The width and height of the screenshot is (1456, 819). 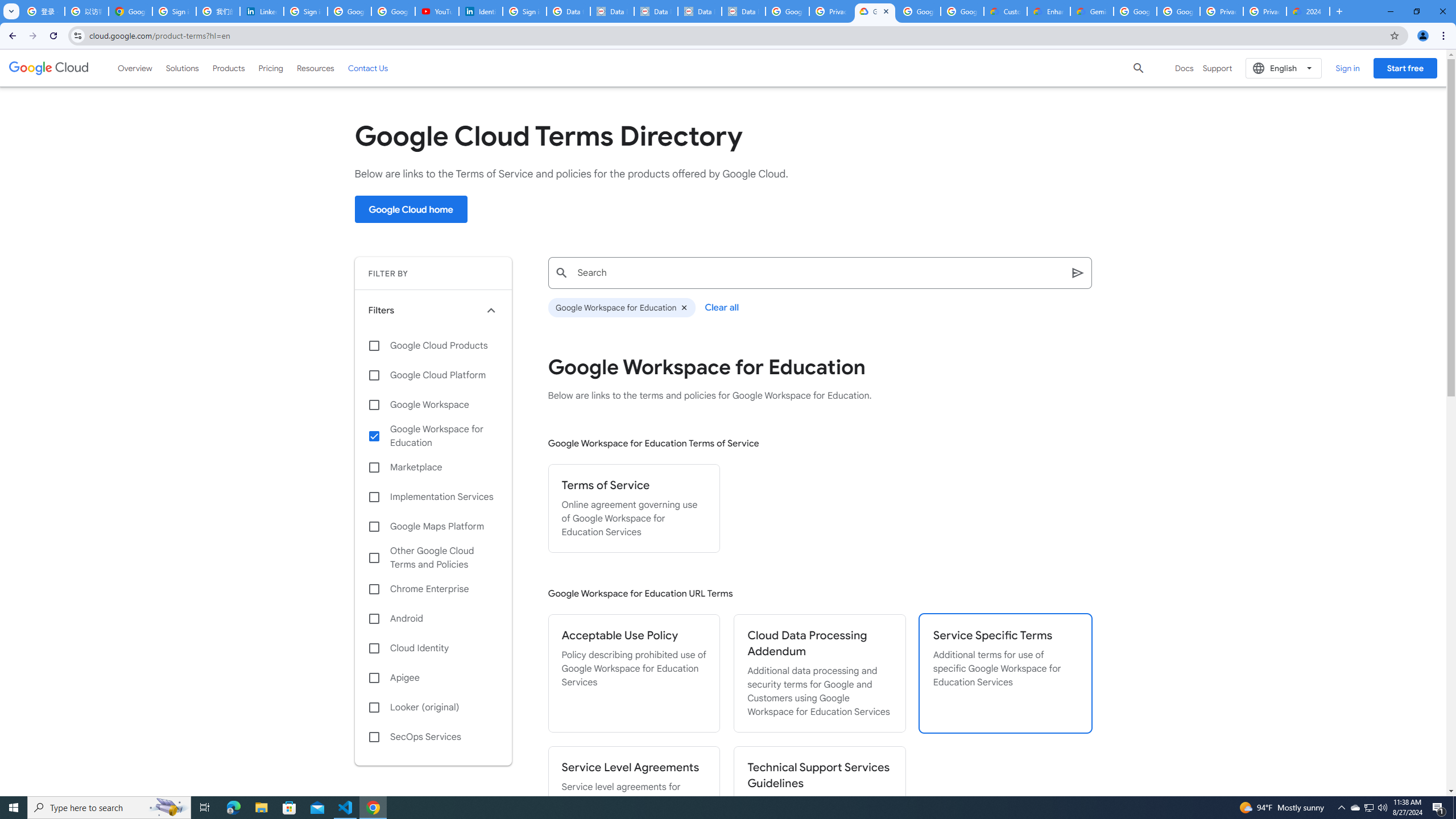 I want to click on 'Google Cloud Terms Directory | Google Cloud', so click(x=874, y=11).